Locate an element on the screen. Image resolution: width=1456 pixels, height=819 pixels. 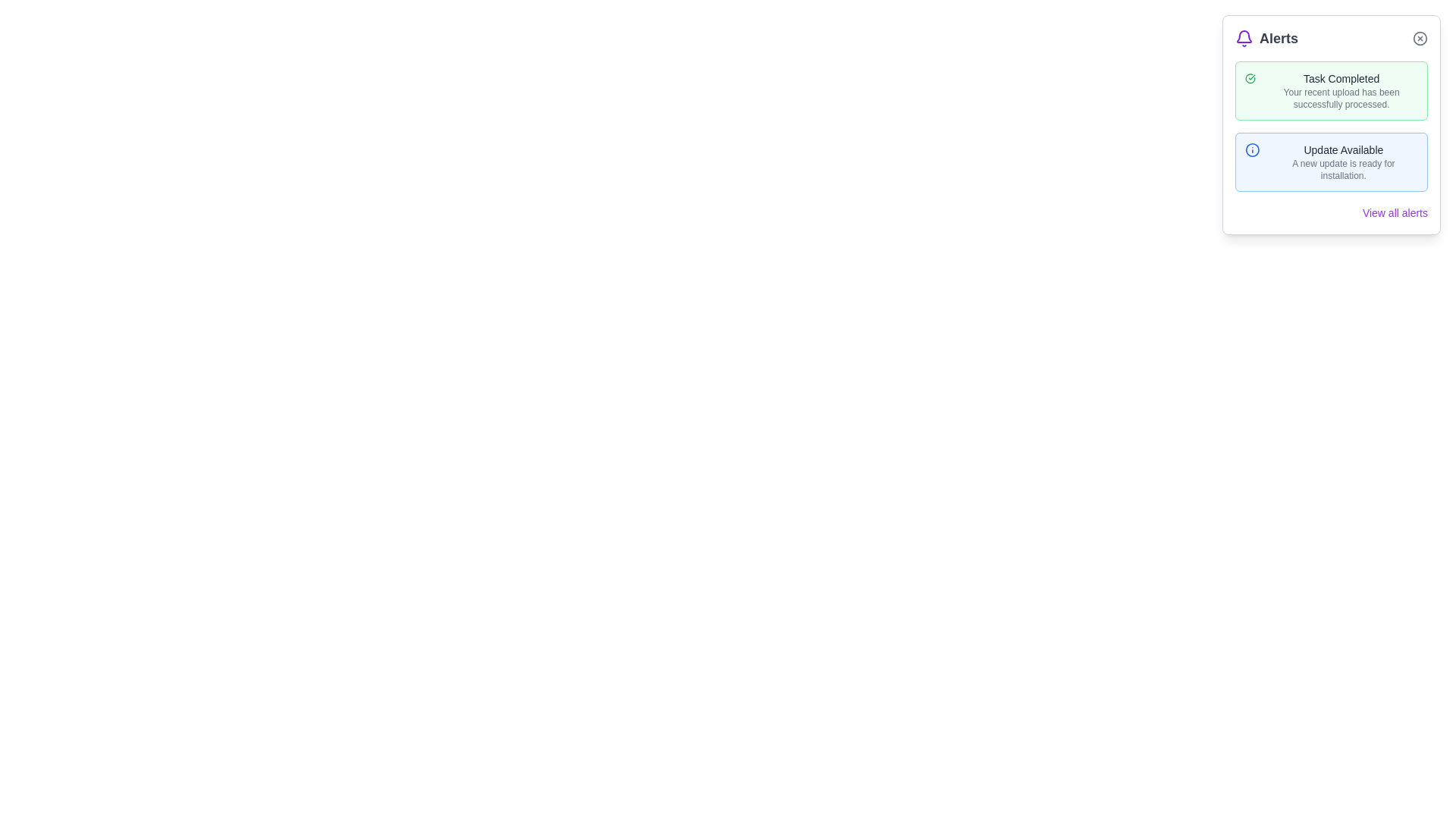
the circular red button with a gray border located at the top-right corner of the 'Alerts' card to view additional options is located at coordinates (1419, 37).